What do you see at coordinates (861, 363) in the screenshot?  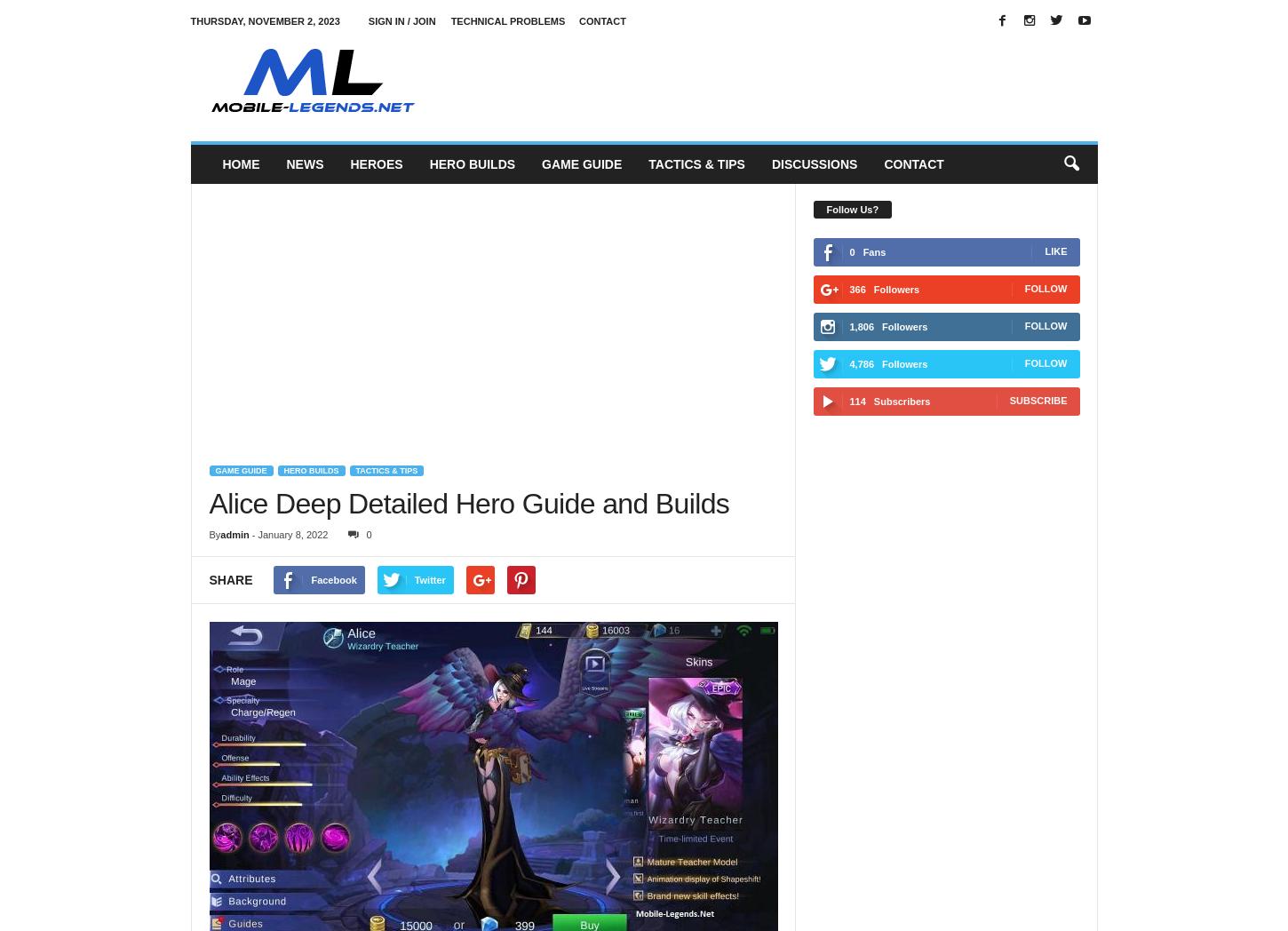 I see `'4,786'` at bounding box center [861, 363].